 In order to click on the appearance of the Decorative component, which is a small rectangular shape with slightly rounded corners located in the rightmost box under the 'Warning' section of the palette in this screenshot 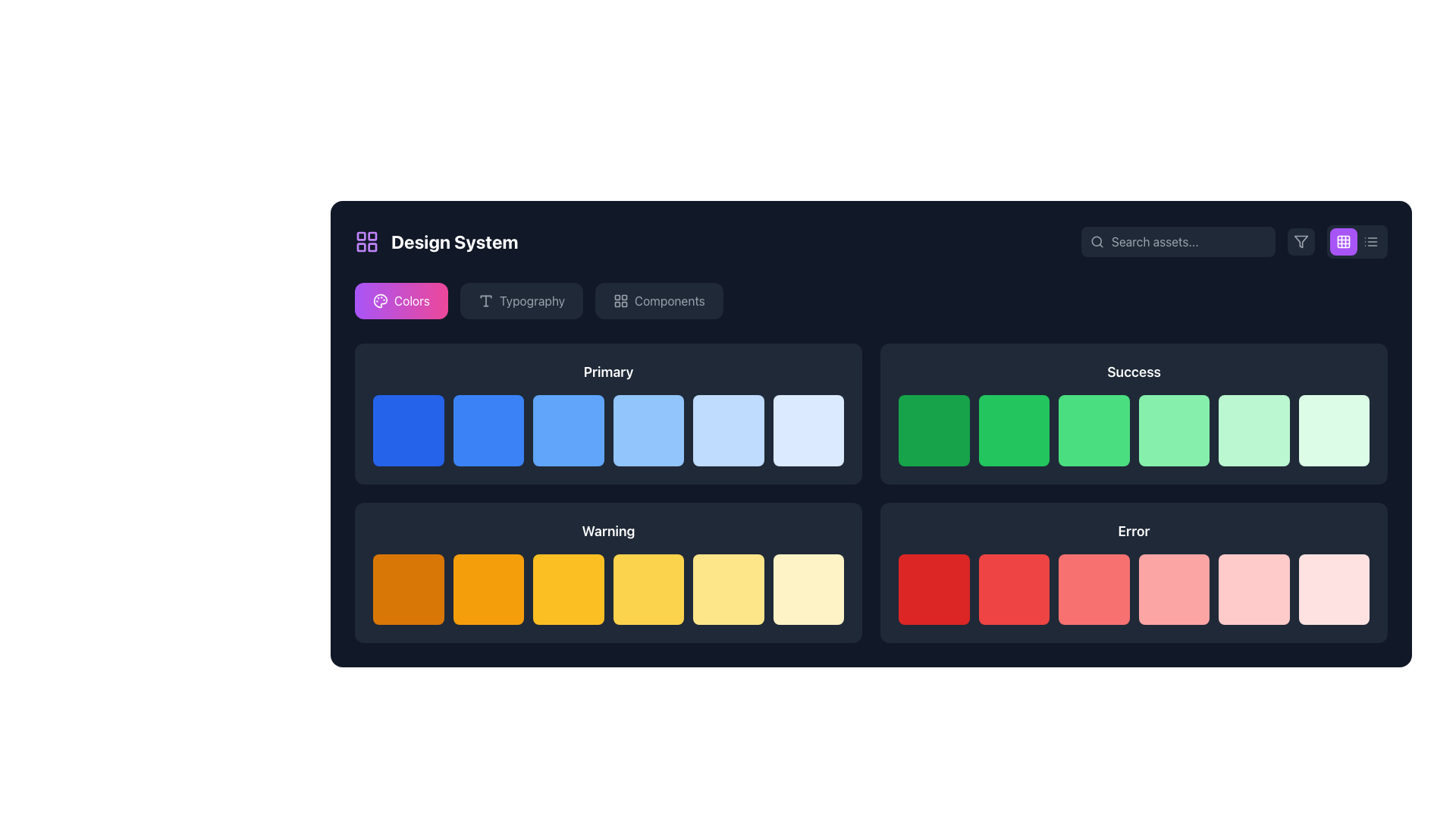, I will do `click(809, 590)`.